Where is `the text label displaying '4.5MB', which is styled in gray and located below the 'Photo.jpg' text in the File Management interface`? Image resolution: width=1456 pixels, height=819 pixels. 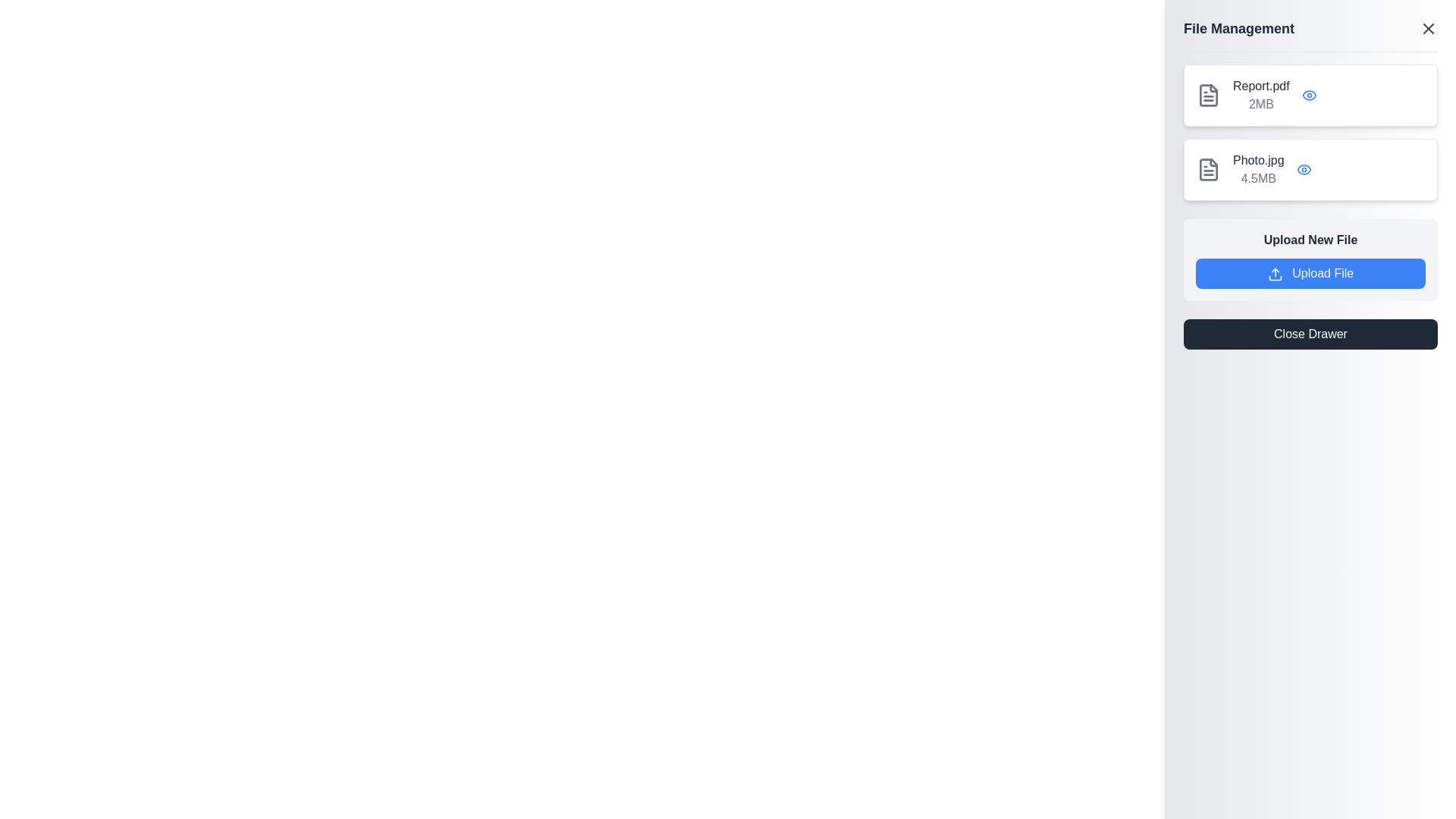
the text label displaying '4.5MB', which is styled in gray and located below the 'Photo.jpg' text in the File Management interface is located at coordinates (1258, 177).